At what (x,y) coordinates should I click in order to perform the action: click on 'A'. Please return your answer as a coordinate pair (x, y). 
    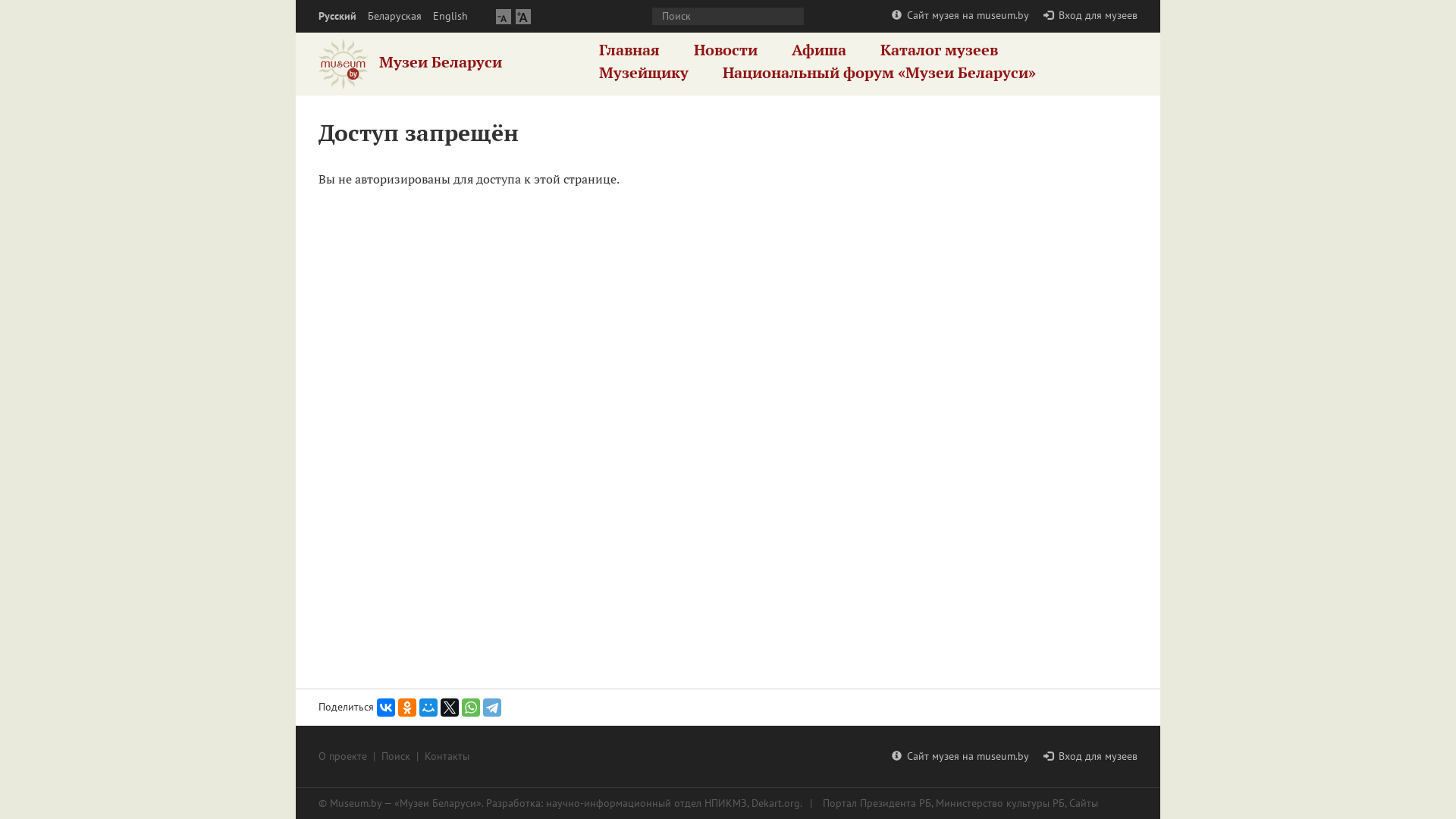
    Looking at the image, I should click on (503, 16).